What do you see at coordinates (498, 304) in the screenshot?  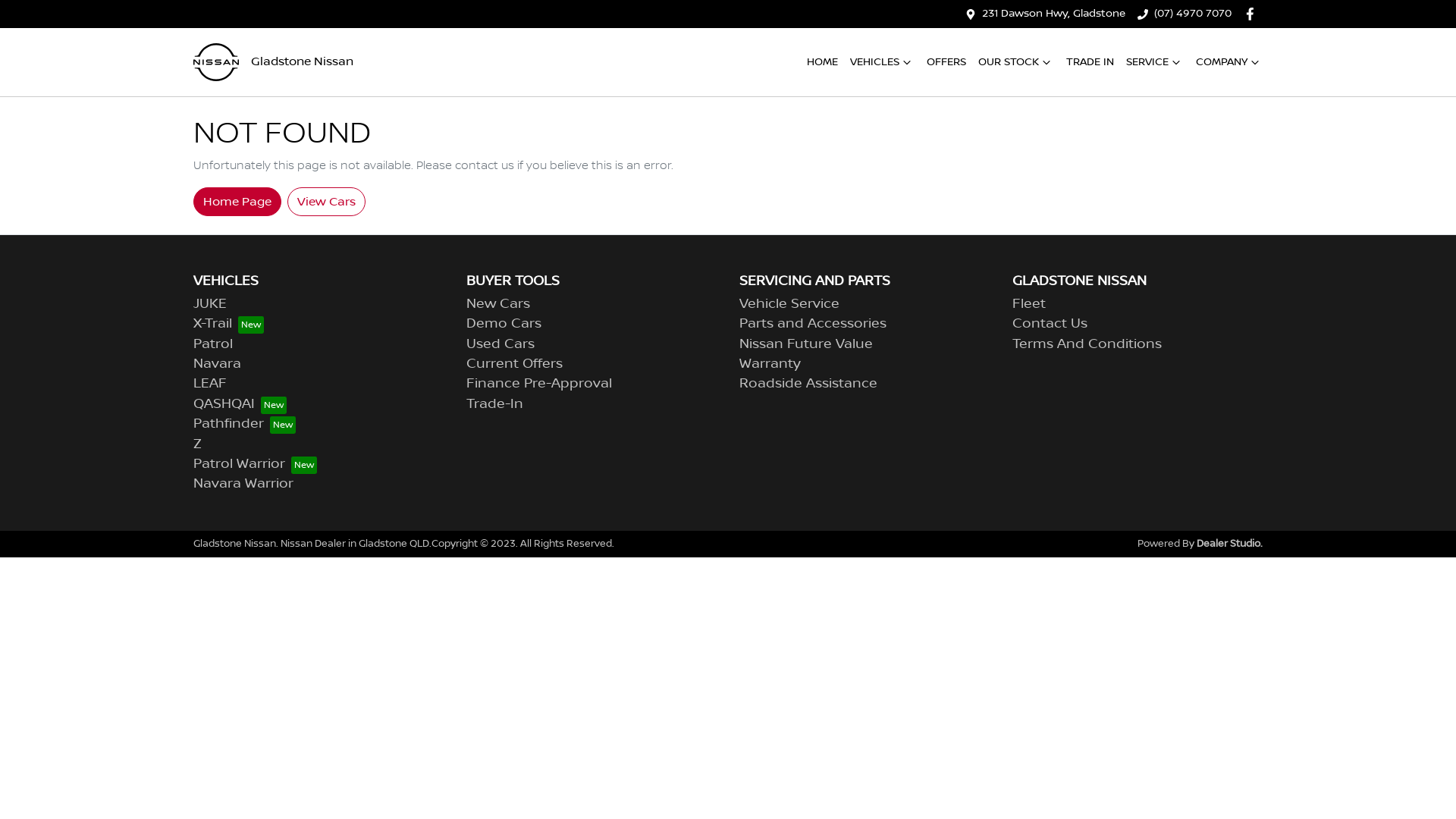 I see `'New Cars'` at bounding box center [498, 304].